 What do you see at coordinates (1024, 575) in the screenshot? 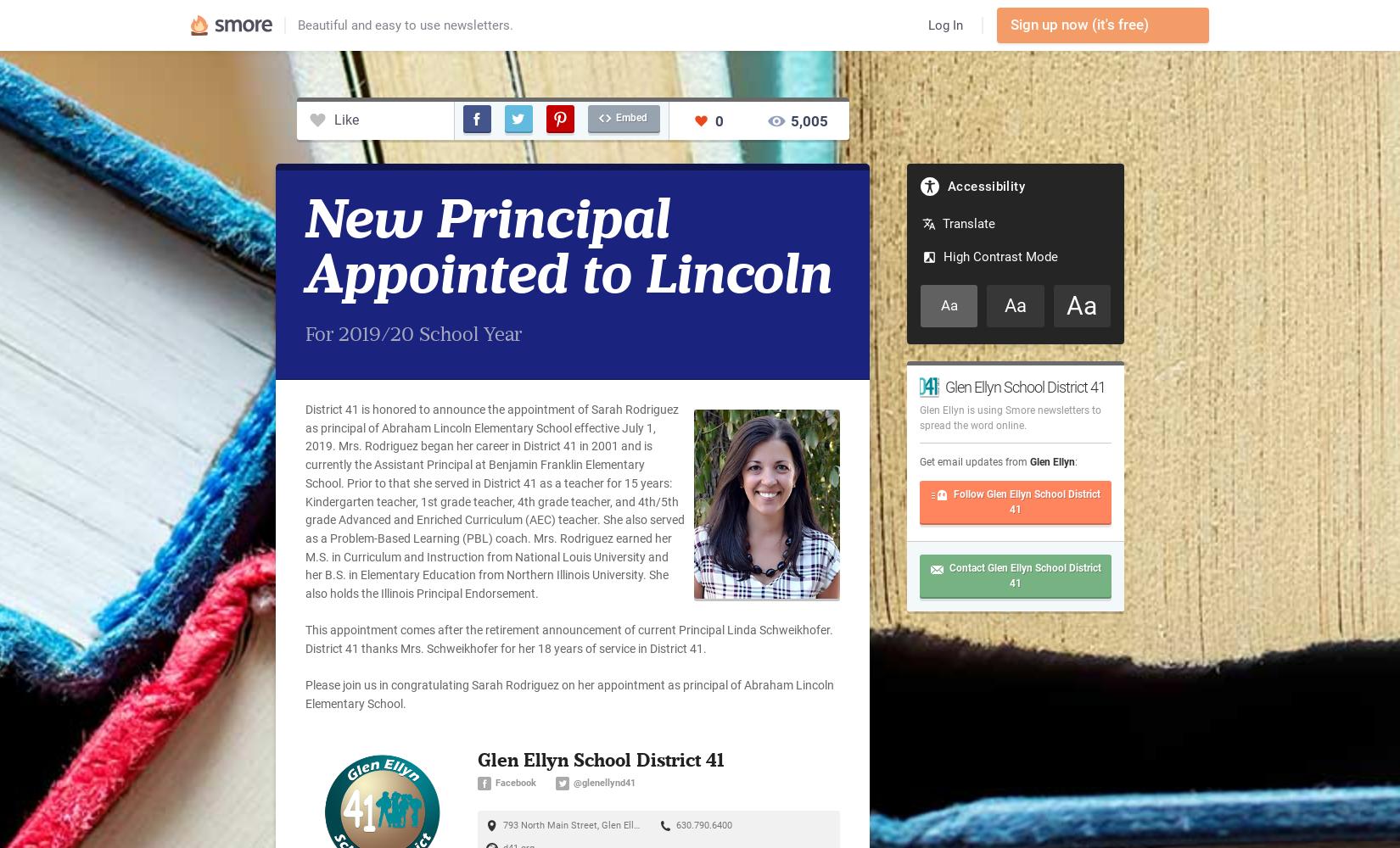
I see `'Contact Glen Ellyn School District 41'` at bounding box center [1024, 575].